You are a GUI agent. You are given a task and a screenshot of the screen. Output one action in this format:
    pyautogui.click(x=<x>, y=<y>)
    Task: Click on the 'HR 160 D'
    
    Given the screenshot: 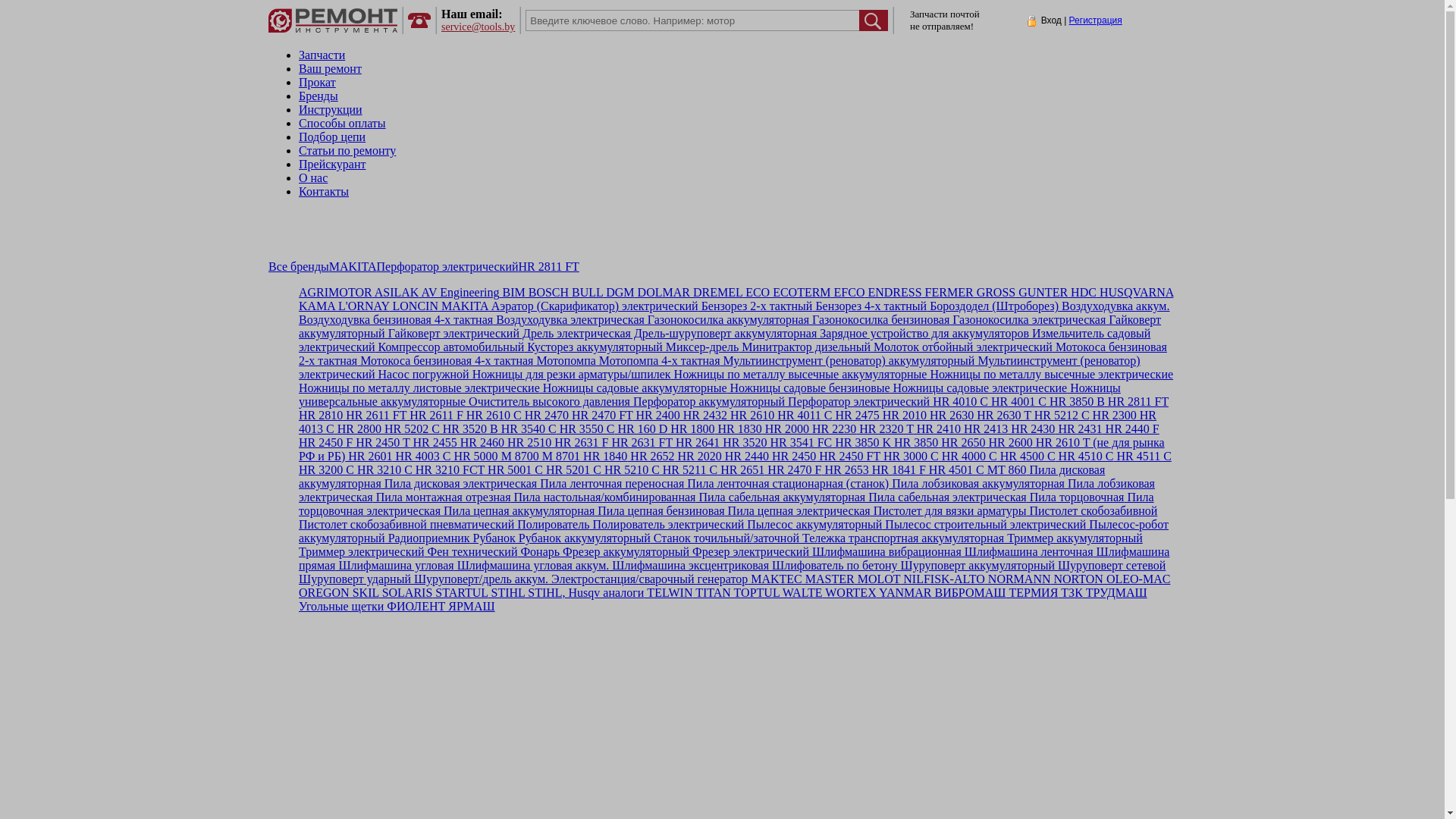 What is the action you would take?
    pyautogui.click(x=615, y=428)
    